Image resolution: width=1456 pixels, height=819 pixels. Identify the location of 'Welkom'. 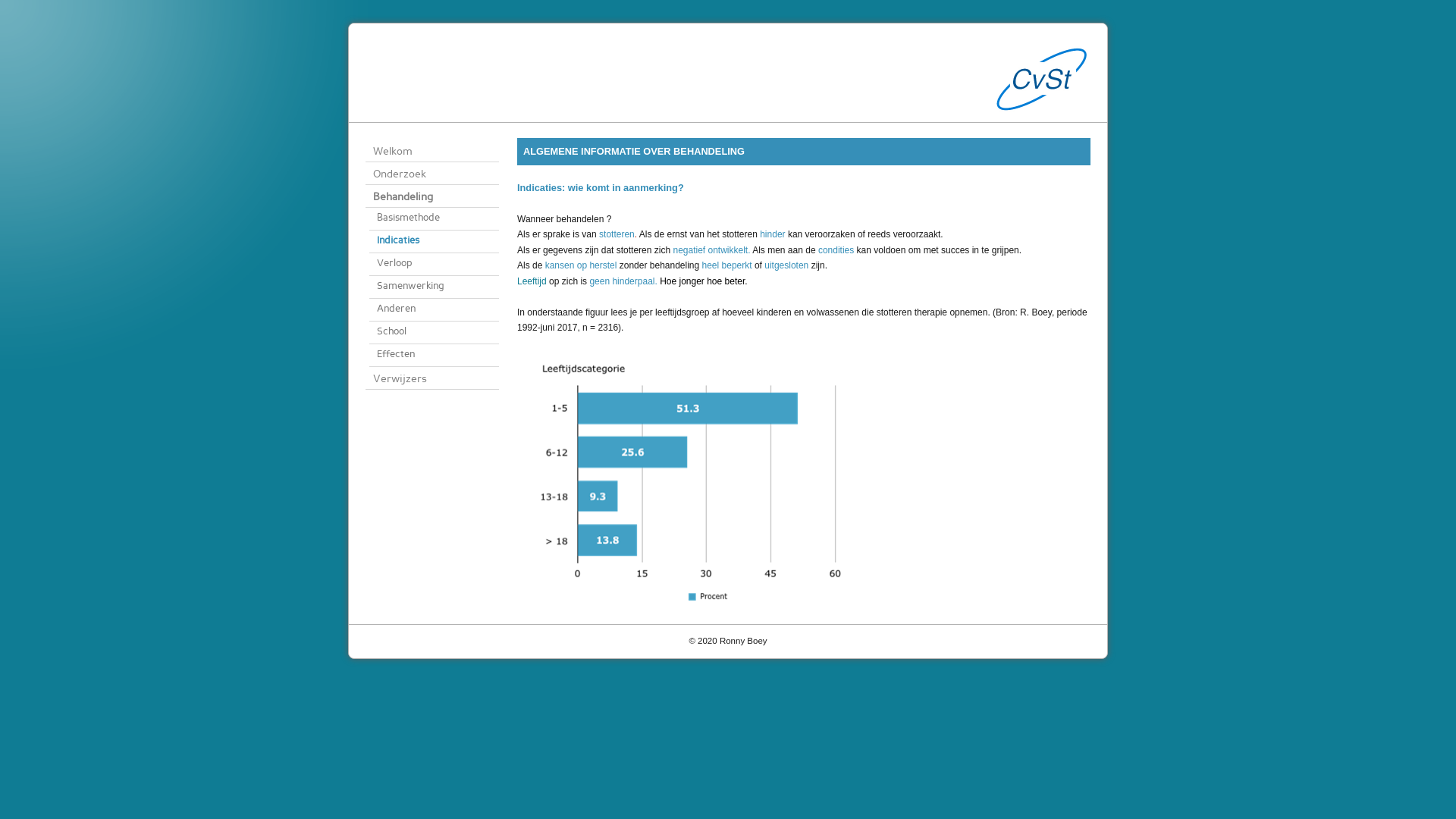
(431, 151).